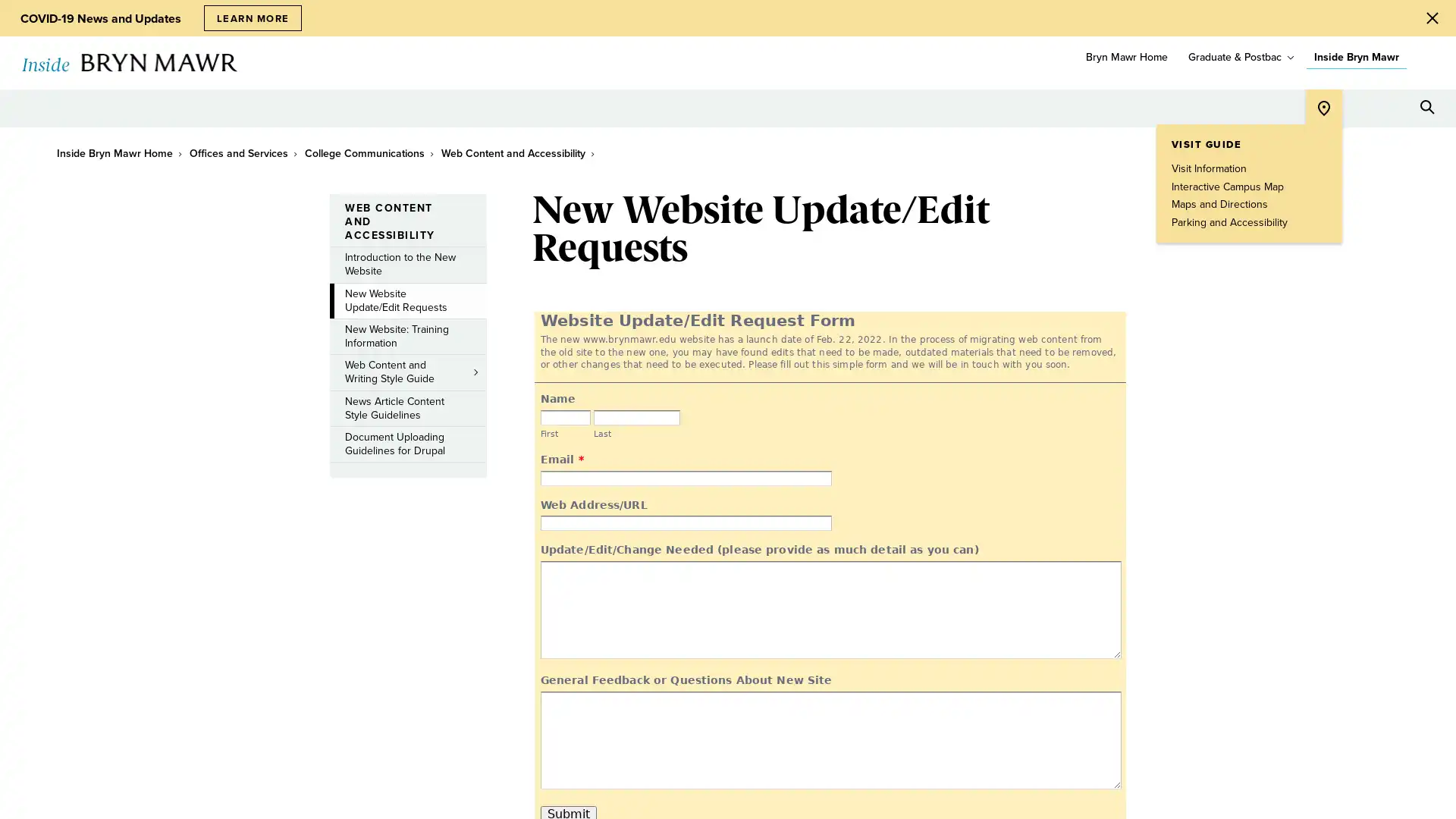 The image size is (1456, 819). I want to click on toggle submenu, so click(424, 99).